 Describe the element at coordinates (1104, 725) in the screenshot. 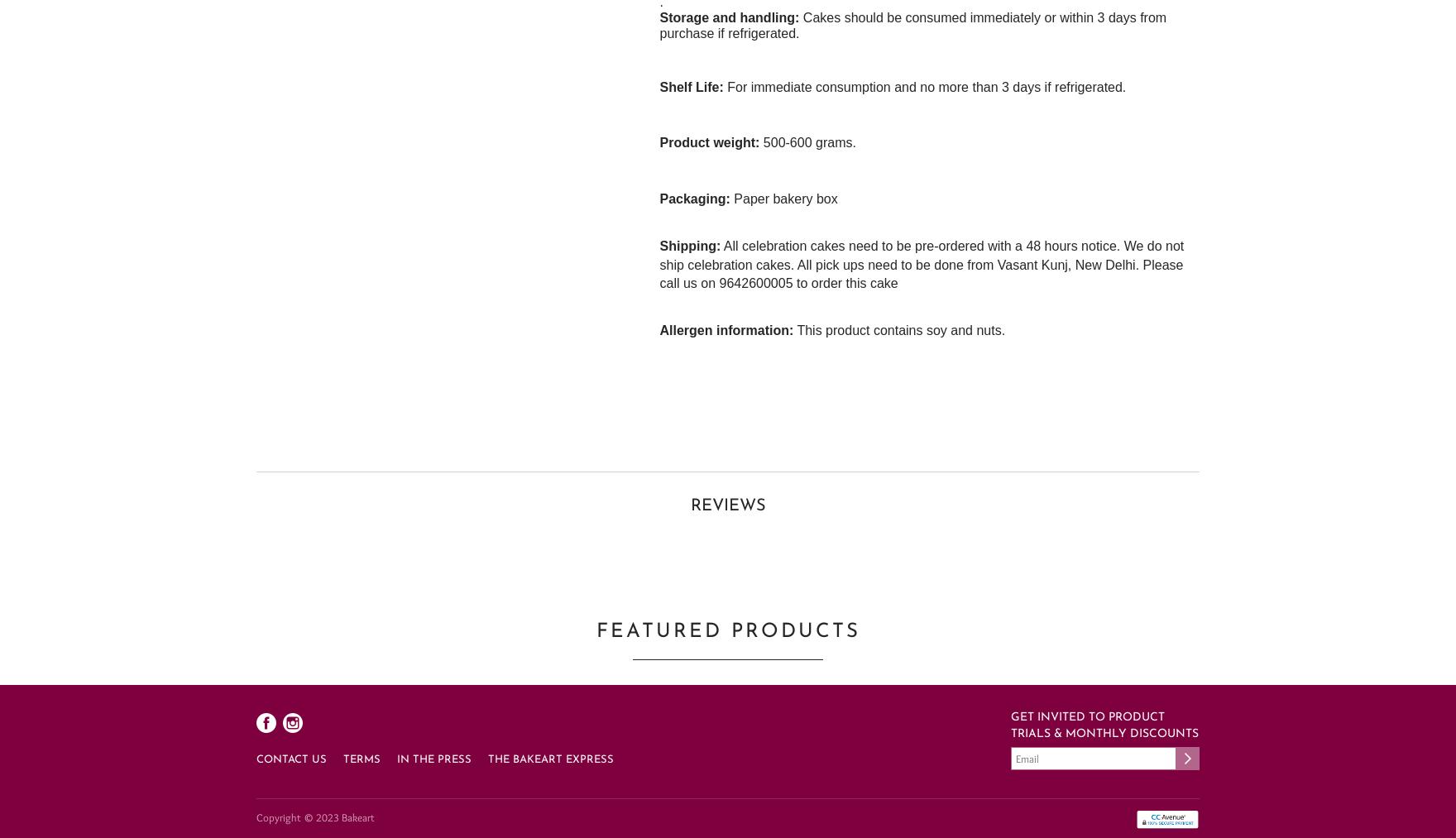

I see `'Get invited to product trials & monthly discounts'` at that location.